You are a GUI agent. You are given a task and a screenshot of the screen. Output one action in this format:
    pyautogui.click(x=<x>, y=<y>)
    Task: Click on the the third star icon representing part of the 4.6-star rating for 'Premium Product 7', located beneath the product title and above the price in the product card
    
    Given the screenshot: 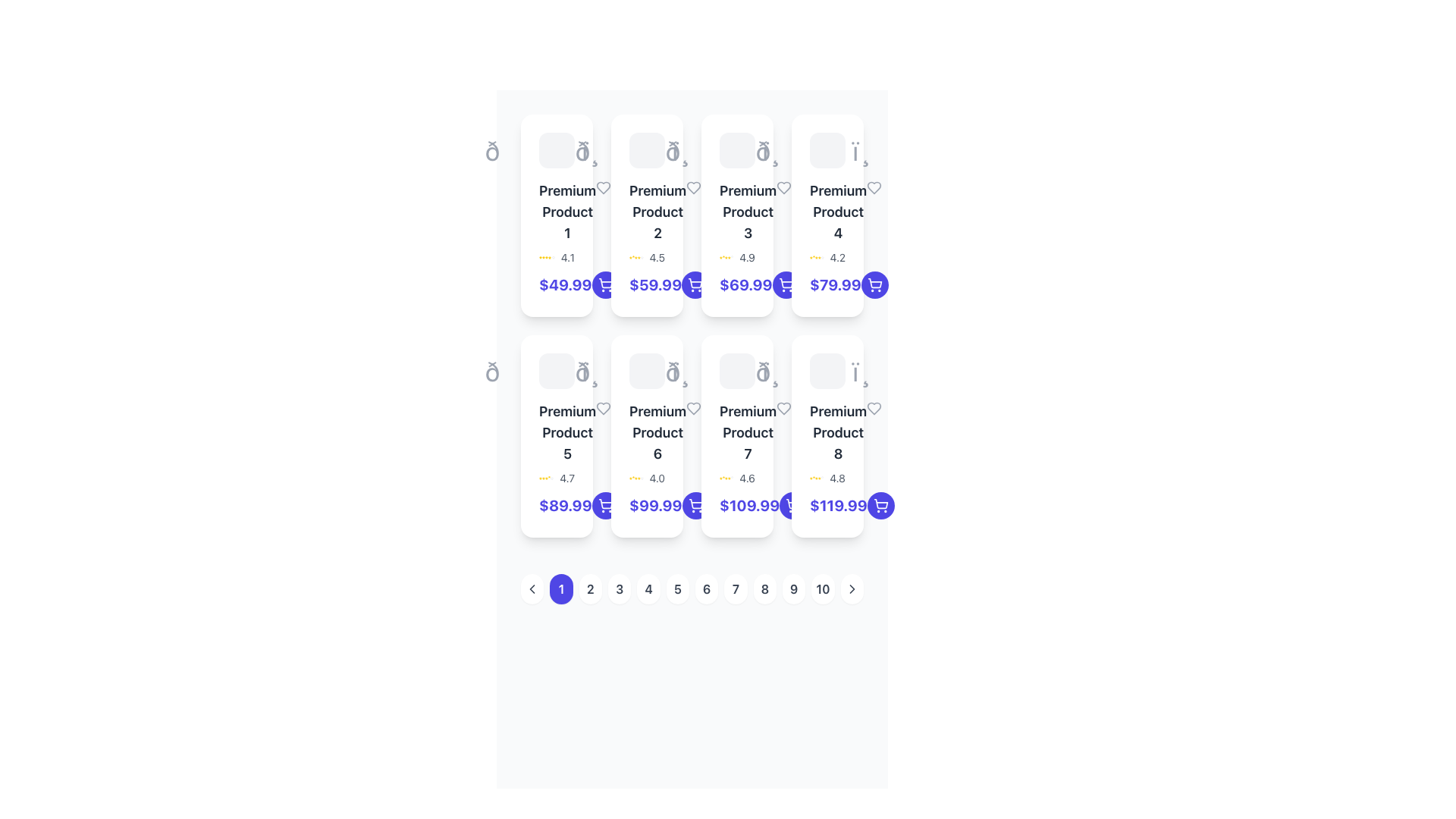 What is the action you would take?
    pyautogui.click(x=723, y=479)
    